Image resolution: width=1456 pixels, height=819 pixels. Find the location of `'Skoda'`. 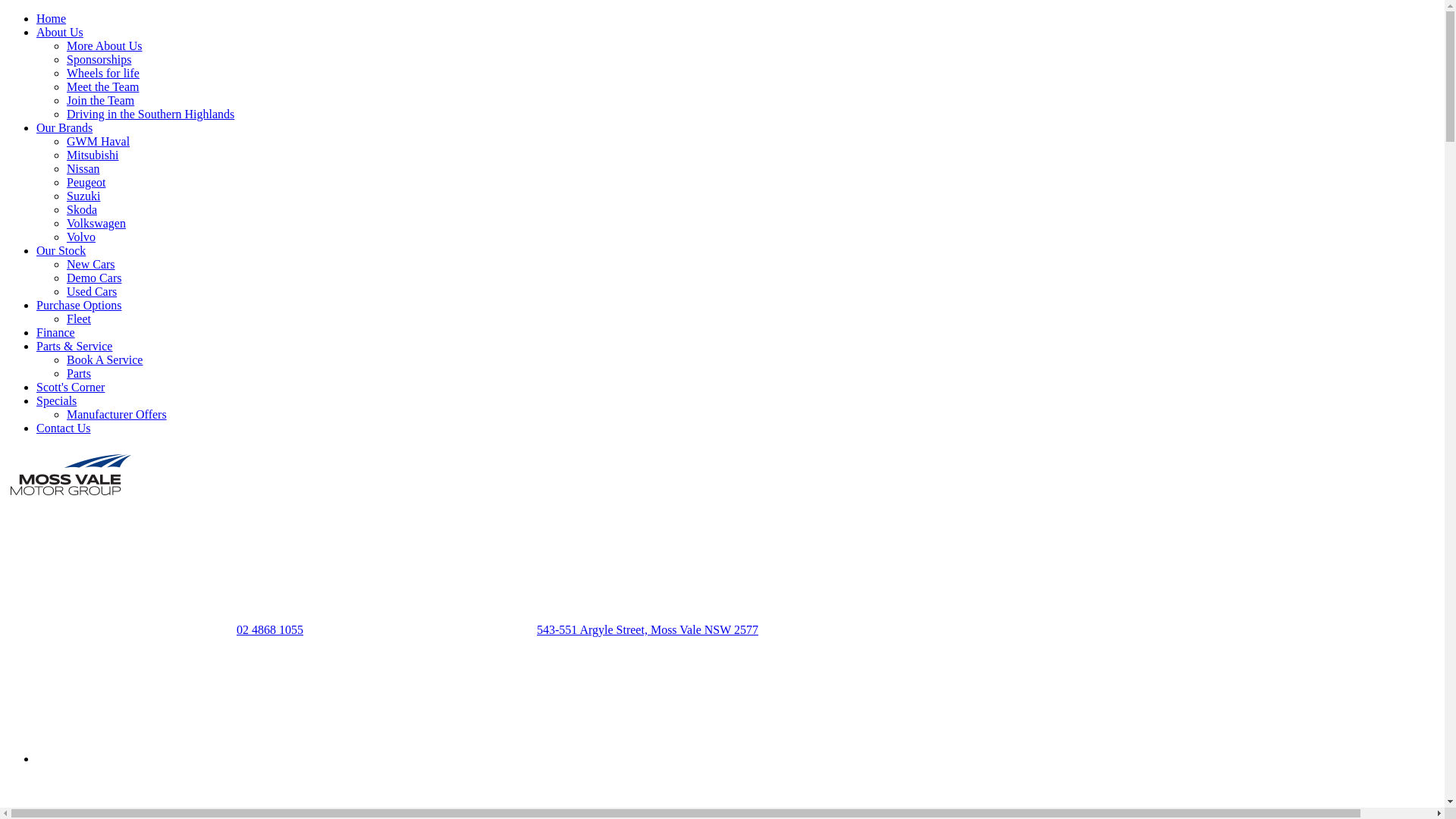

'Skoda' is located at coordinates (80, 209).